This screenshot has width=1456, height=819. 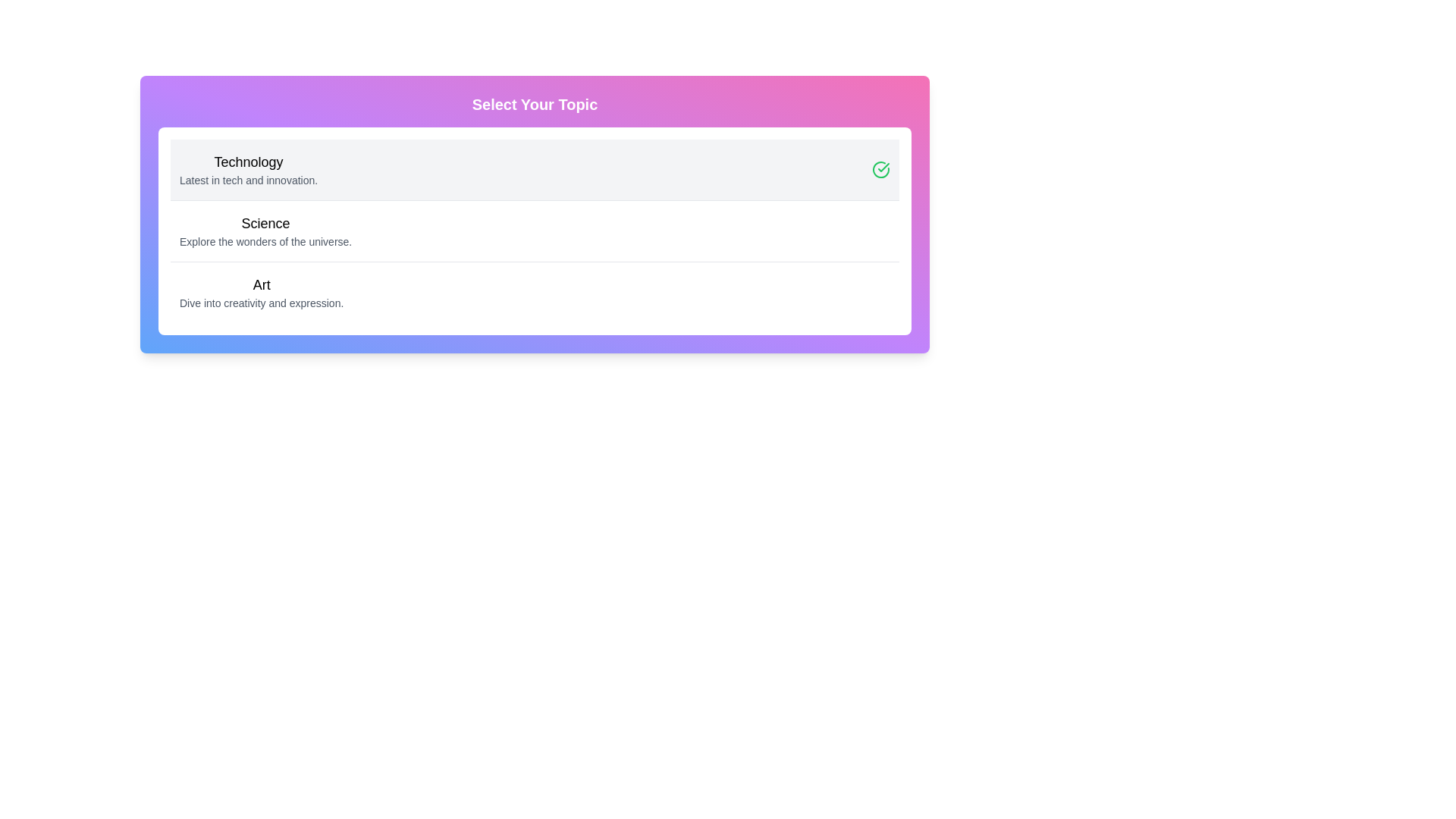 What do you see at coordinates (265, 241) in the screenshot?
I see `the text label that says 'Explore the wonders of the universe.' located below the 'Science' header in the topic selection section` at bounding box center [265, 241].